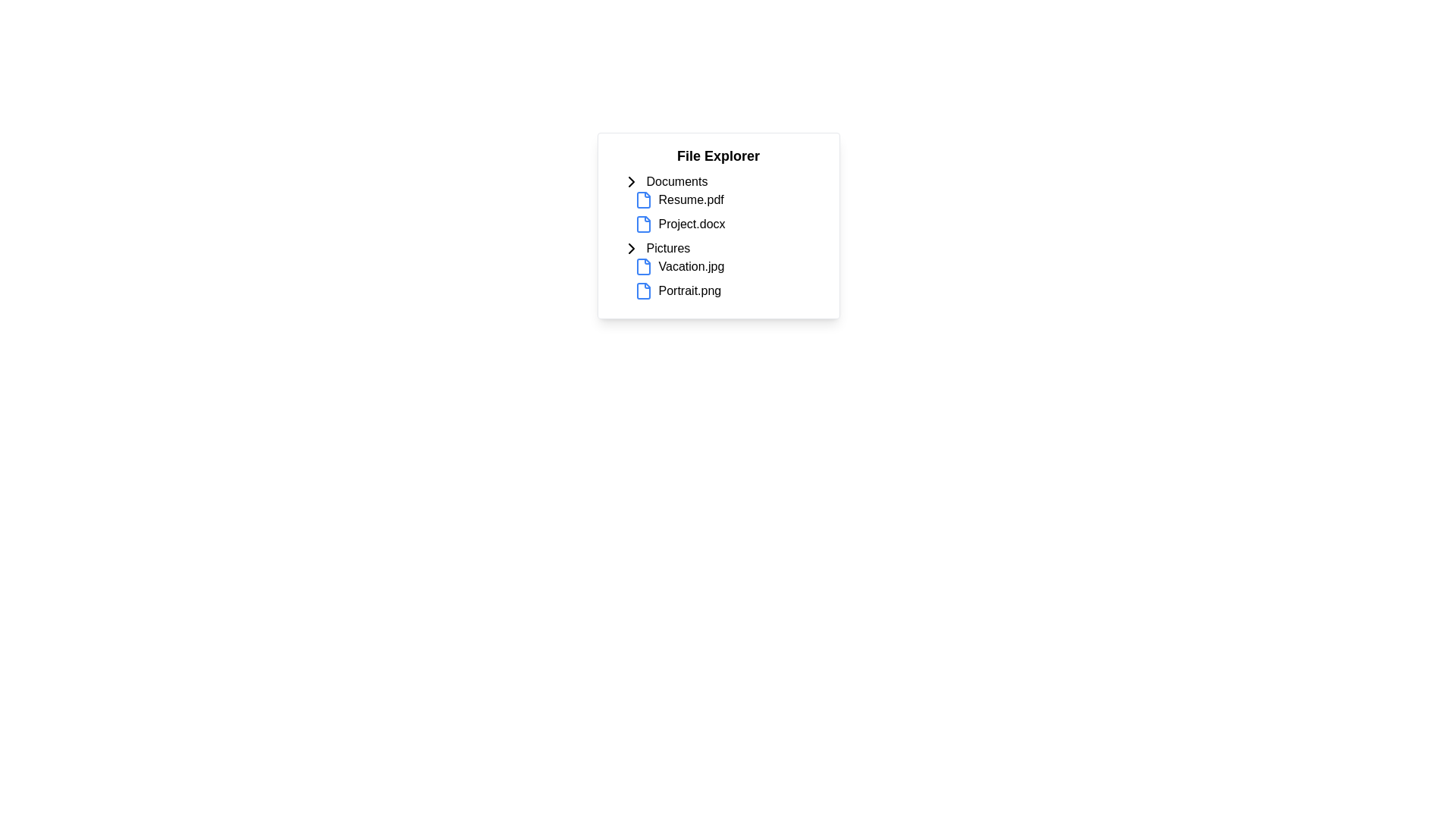  Describe the element at coordinates (643, 291) in the screenshot. I see `the leftmost icon representing the file 'Portrait.png' in the File Explorer interface` at that location.